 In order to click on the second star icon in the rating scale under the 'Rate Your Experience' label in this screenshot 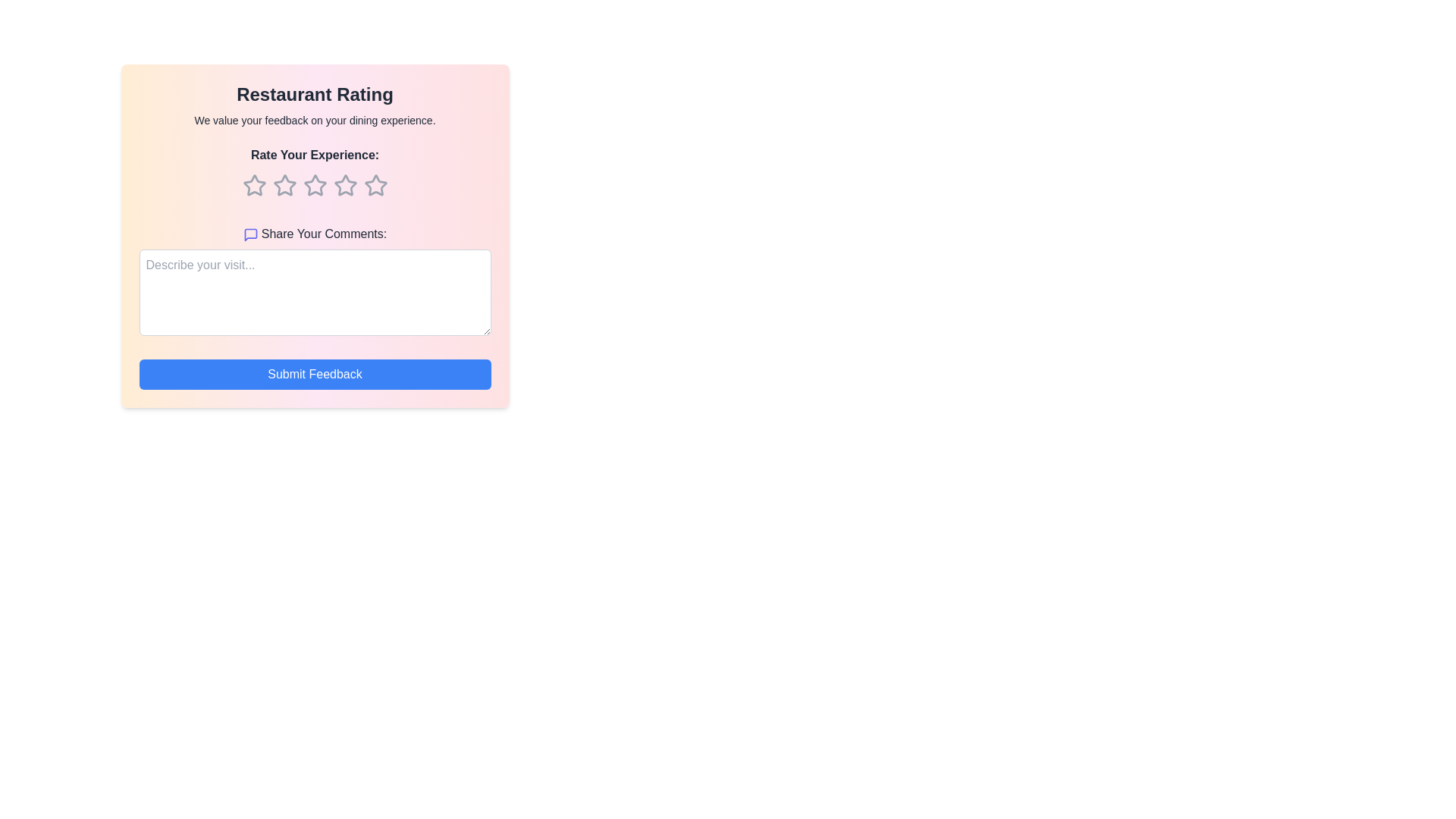, I will do `click(314, 184)`.